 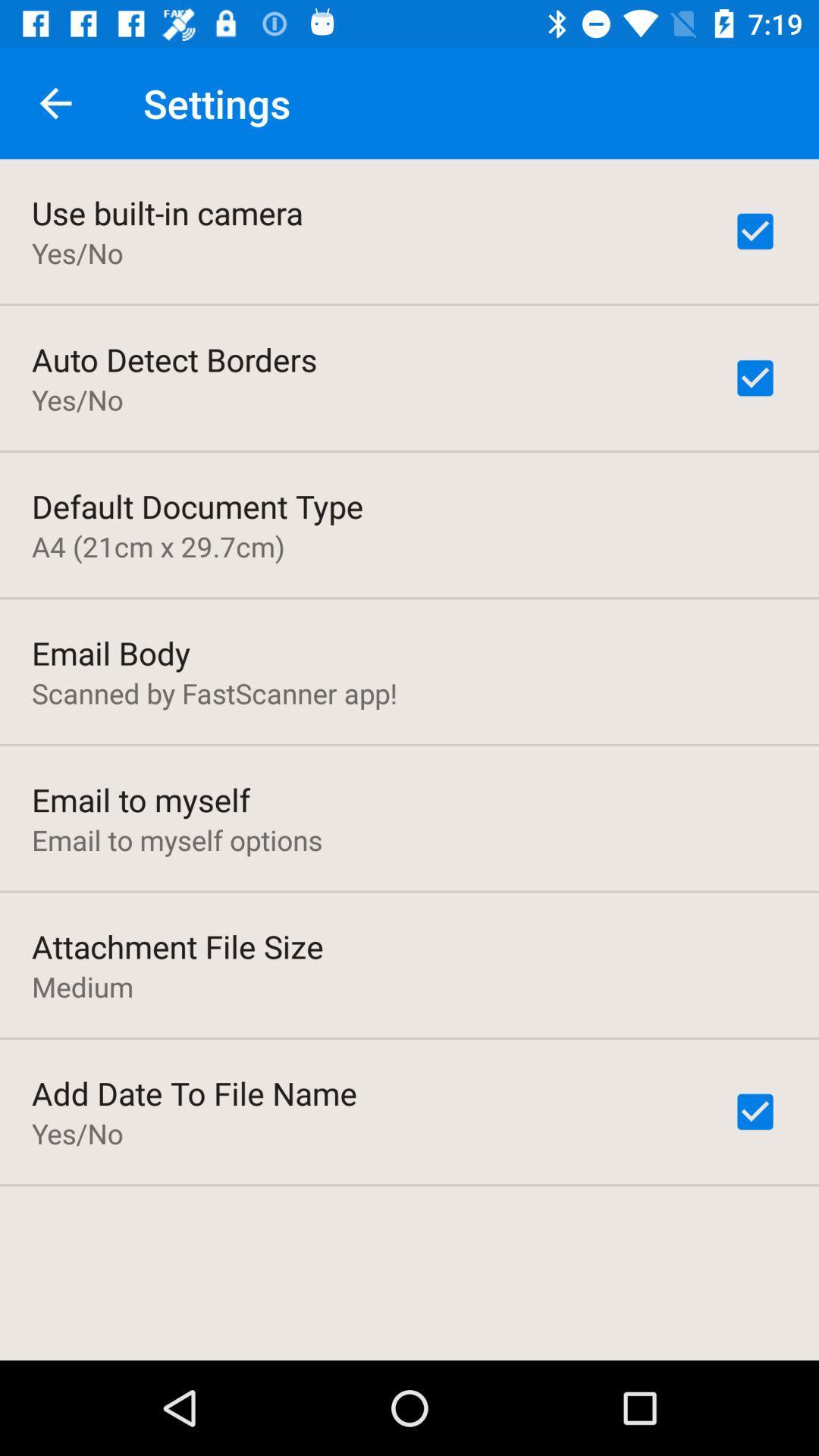 What do you see at coordinates (110, 652) in the screenshot?
I see `email body item` at bounding box center [110, 652].